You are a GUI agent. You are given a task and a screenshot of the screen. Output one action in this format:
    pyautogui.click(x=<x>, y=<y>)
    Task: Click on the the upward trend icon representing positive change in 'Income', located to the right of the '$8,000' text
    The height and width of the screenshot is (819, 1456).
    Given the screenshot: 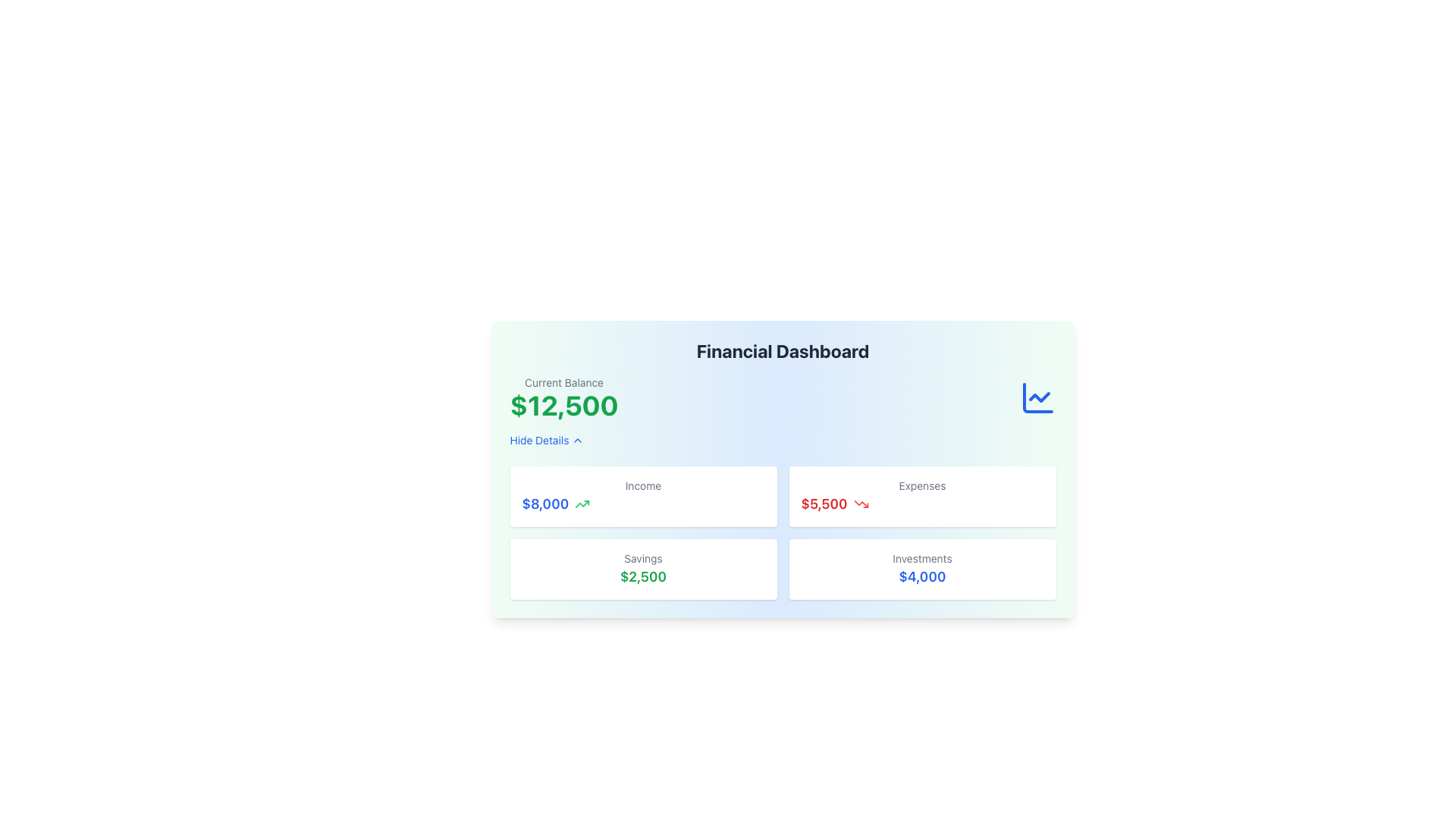 What is the action you would take?
    pyautogui.click(x=582, y=504)
    